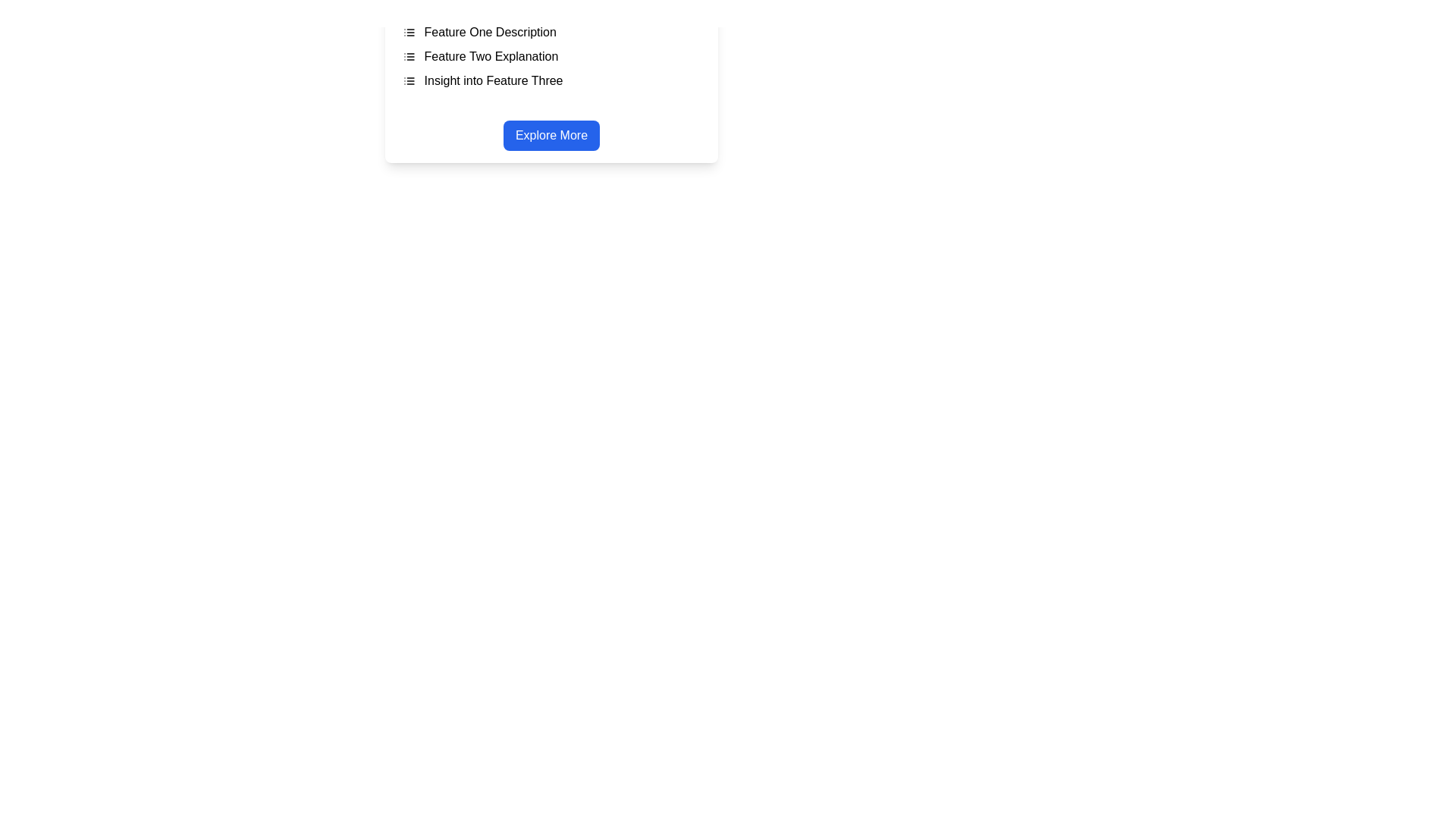 This screenshot has height=819, width=1456. Describe the element at coordinates (551, 80) in the screenshot. I see `the text label 'Insight into Feature Three' with the accompanying bulleted list icon to possibly reveal additional details` at that location.